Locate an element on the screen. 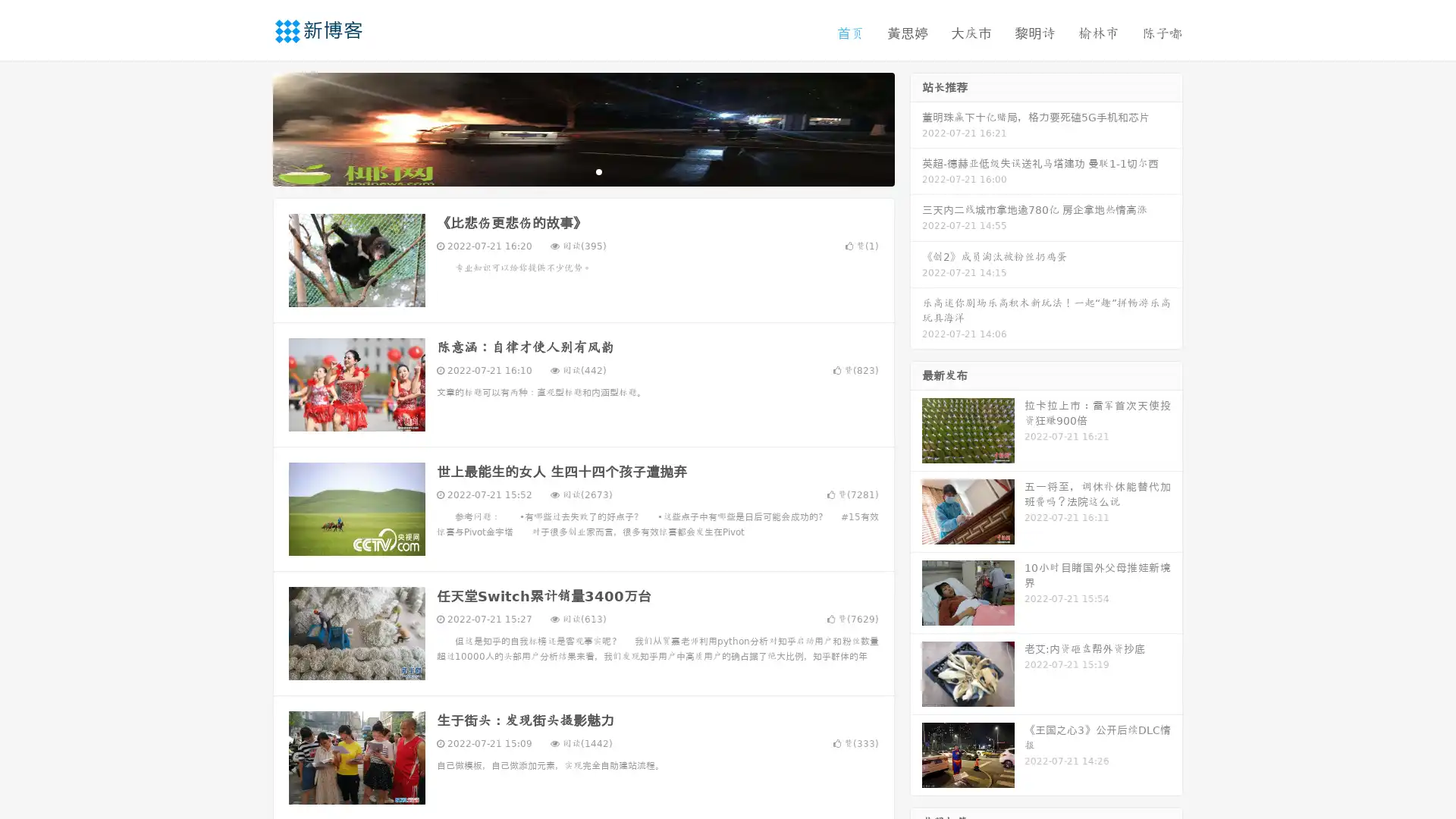  Go to slide 1 is located at coordinates (567, 171).